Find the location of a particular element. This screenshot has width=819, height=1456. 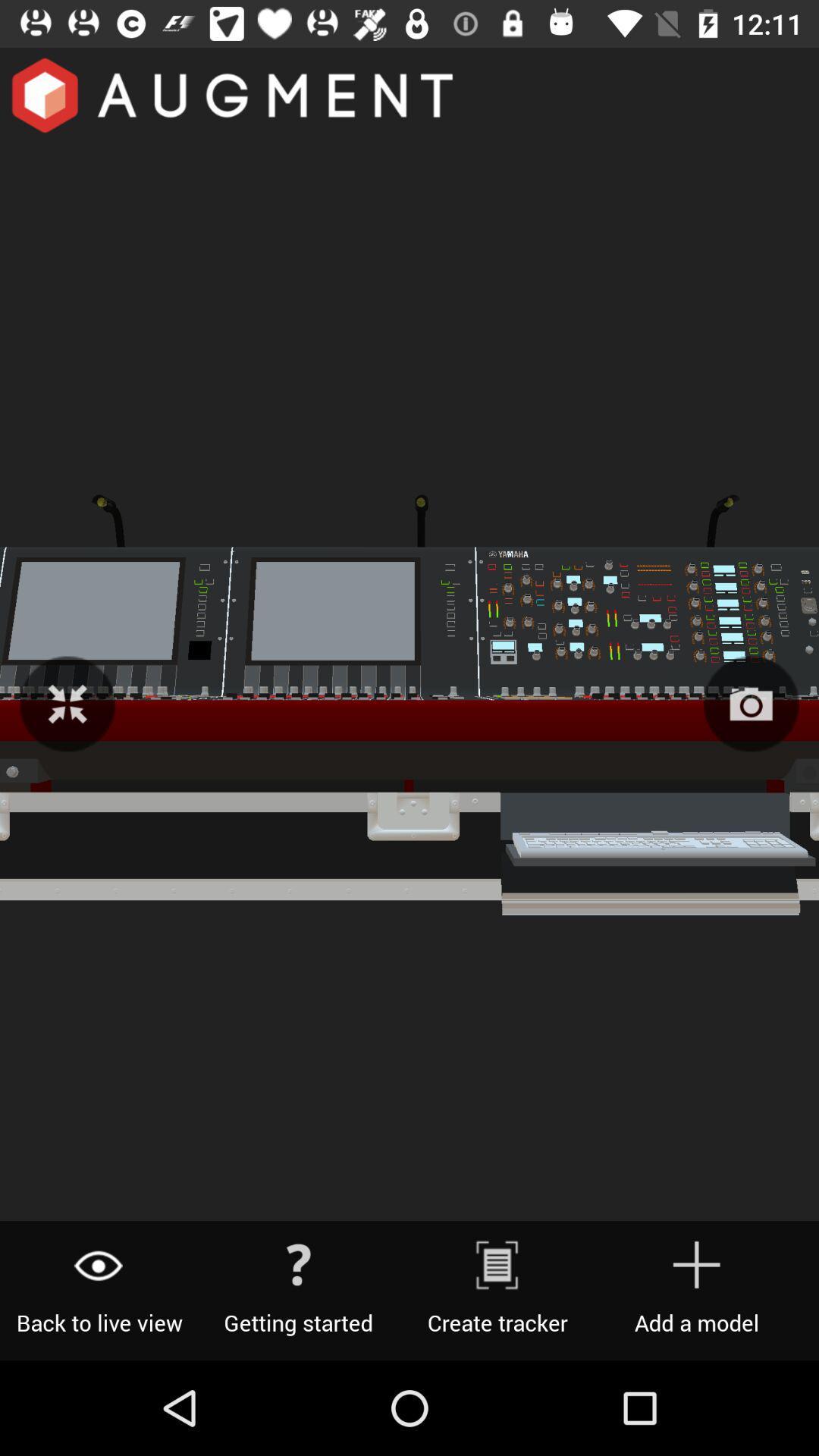

the photo icon is located at coordinates (751, 703).